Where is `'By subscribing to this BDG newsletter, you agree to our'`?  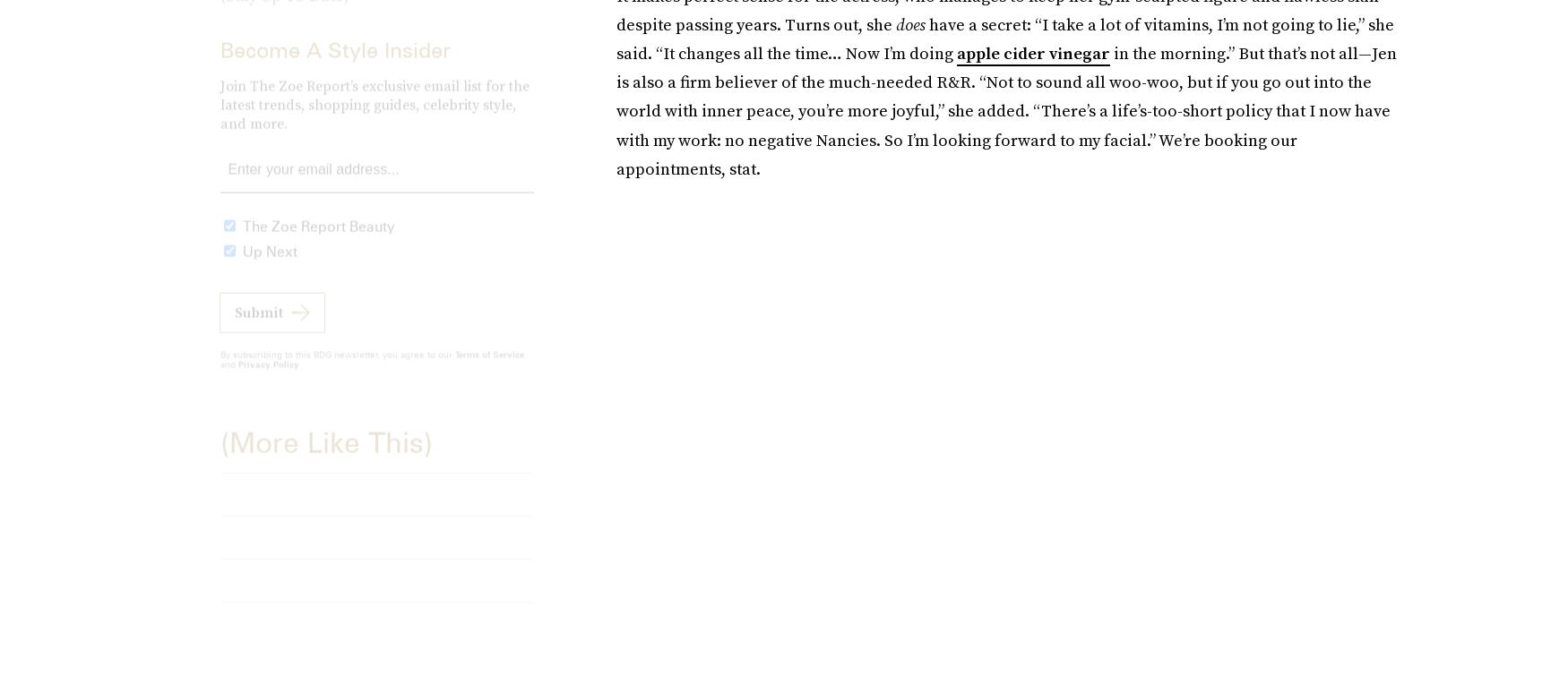
'By subscribing to this BDG newsletter, you agree to our' is located at coordinates (336, 367).